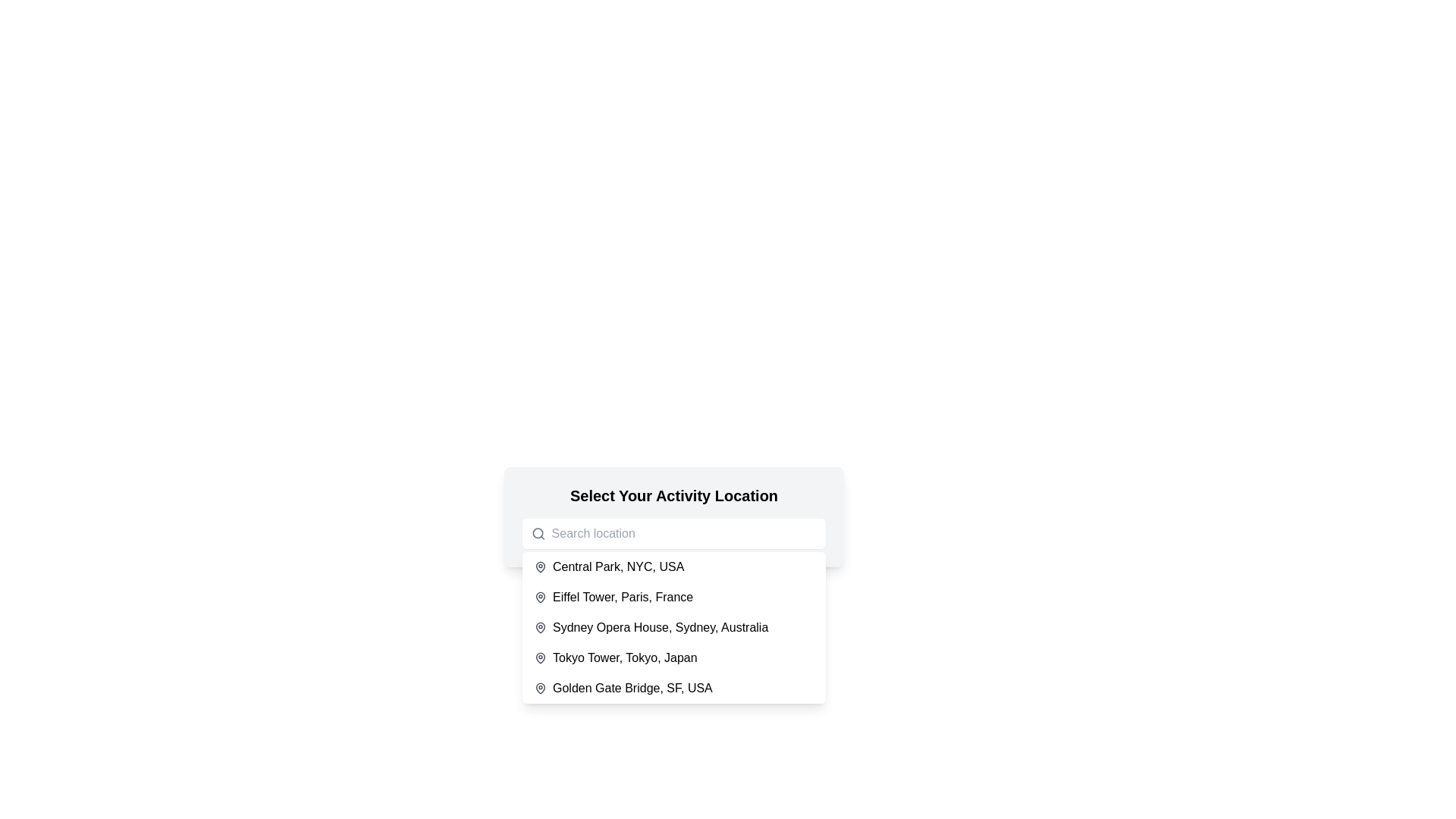 This screenshot has width=1456, height=819. Describe the element at coordinates (673, 657) in the screenshot. I see `the list item for 'Tokyo Tower, Tokyo, Japan' in the dropdown menu` at that location.